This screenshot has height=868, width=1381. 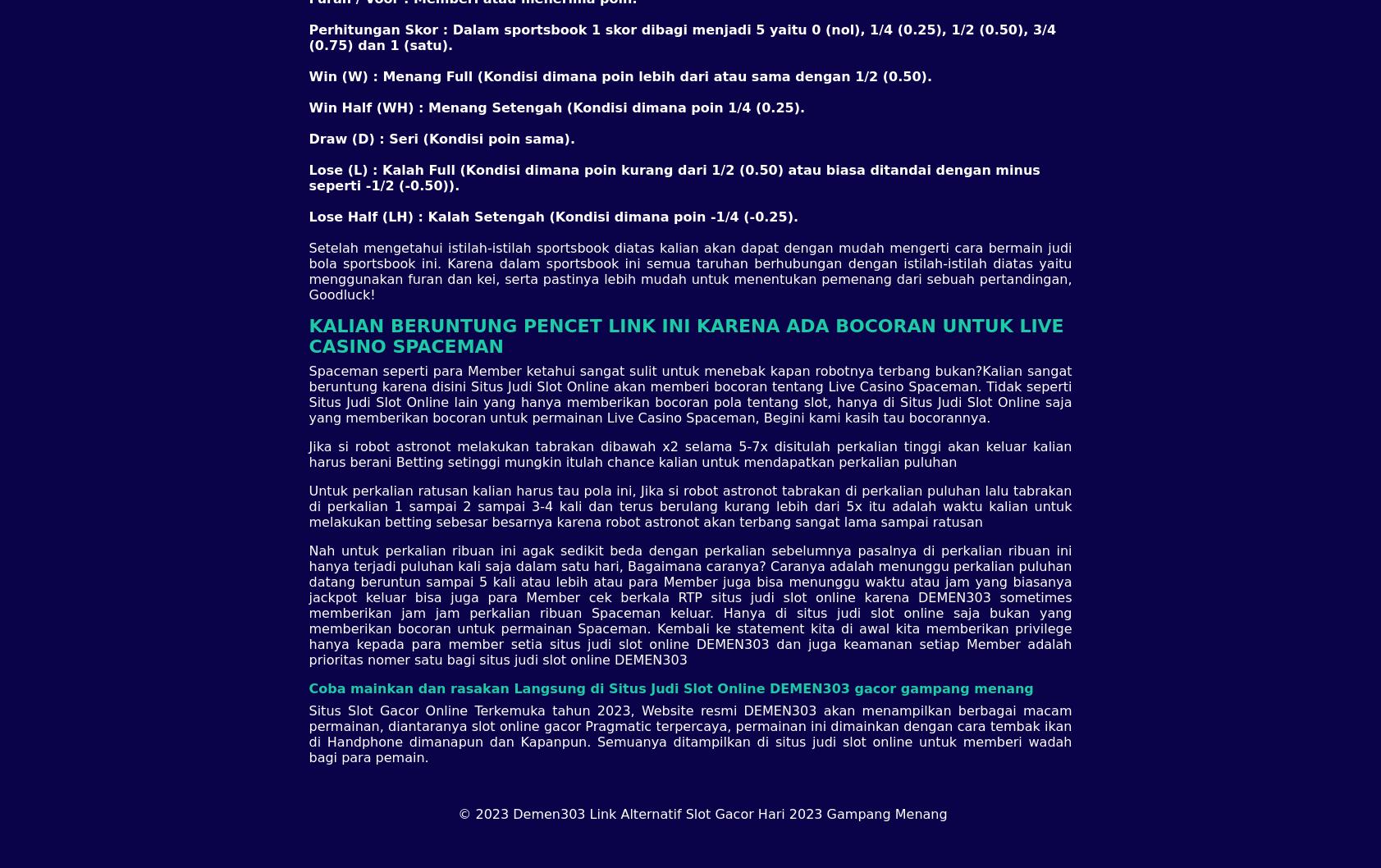 I want to click on 'Perhitungan Skor : Dalam sportsbook 1 skor dibagi menjadi 5 yaitu 0 (nol), 1/4 (0.25), 1/2 (0.50), 3/4 (0.75) dan 1 (satu).', so click(x=681, y=36).